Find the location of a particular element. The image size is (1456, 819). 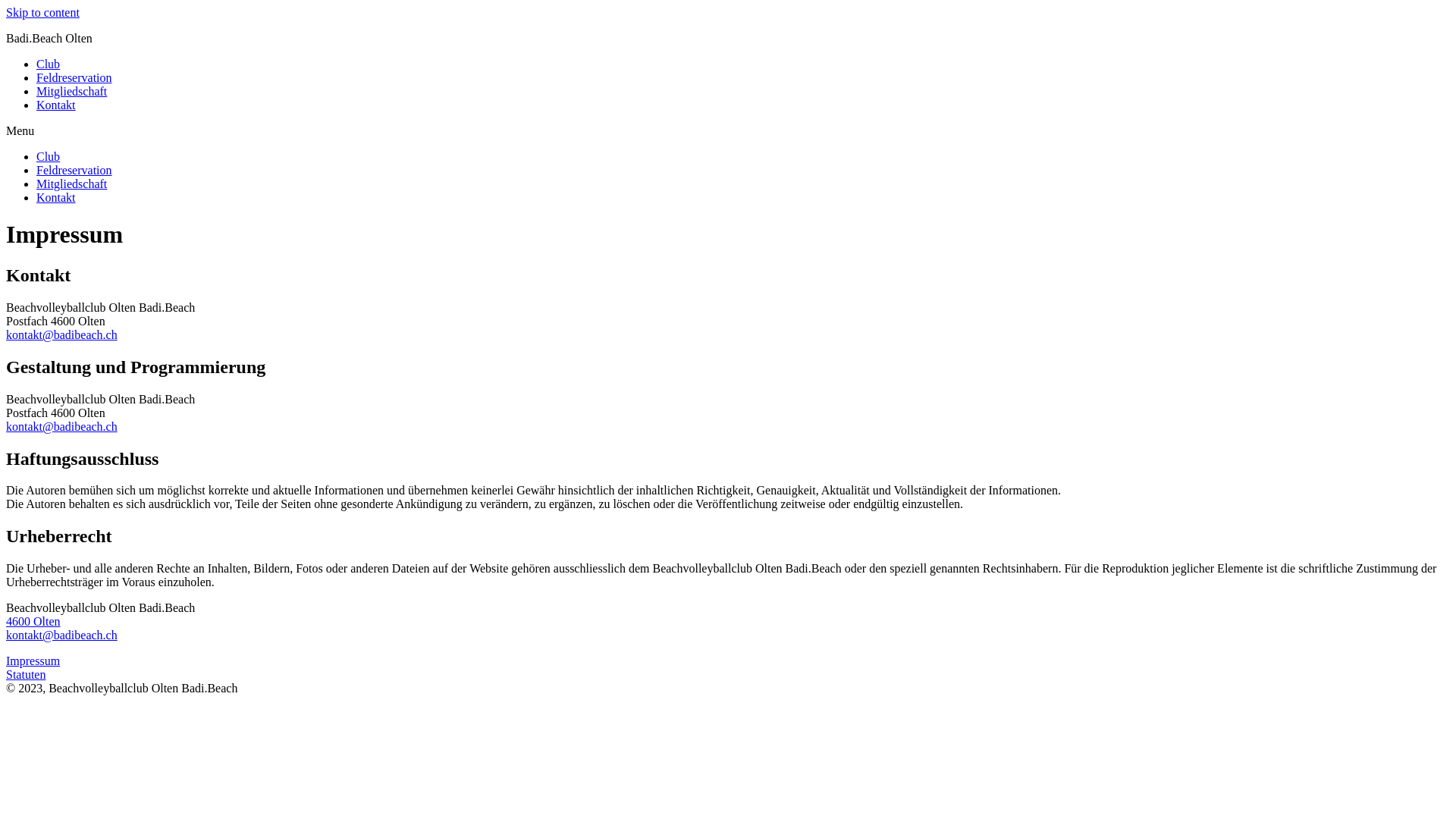

'Kontakt' is located at coordinates (55, 104).